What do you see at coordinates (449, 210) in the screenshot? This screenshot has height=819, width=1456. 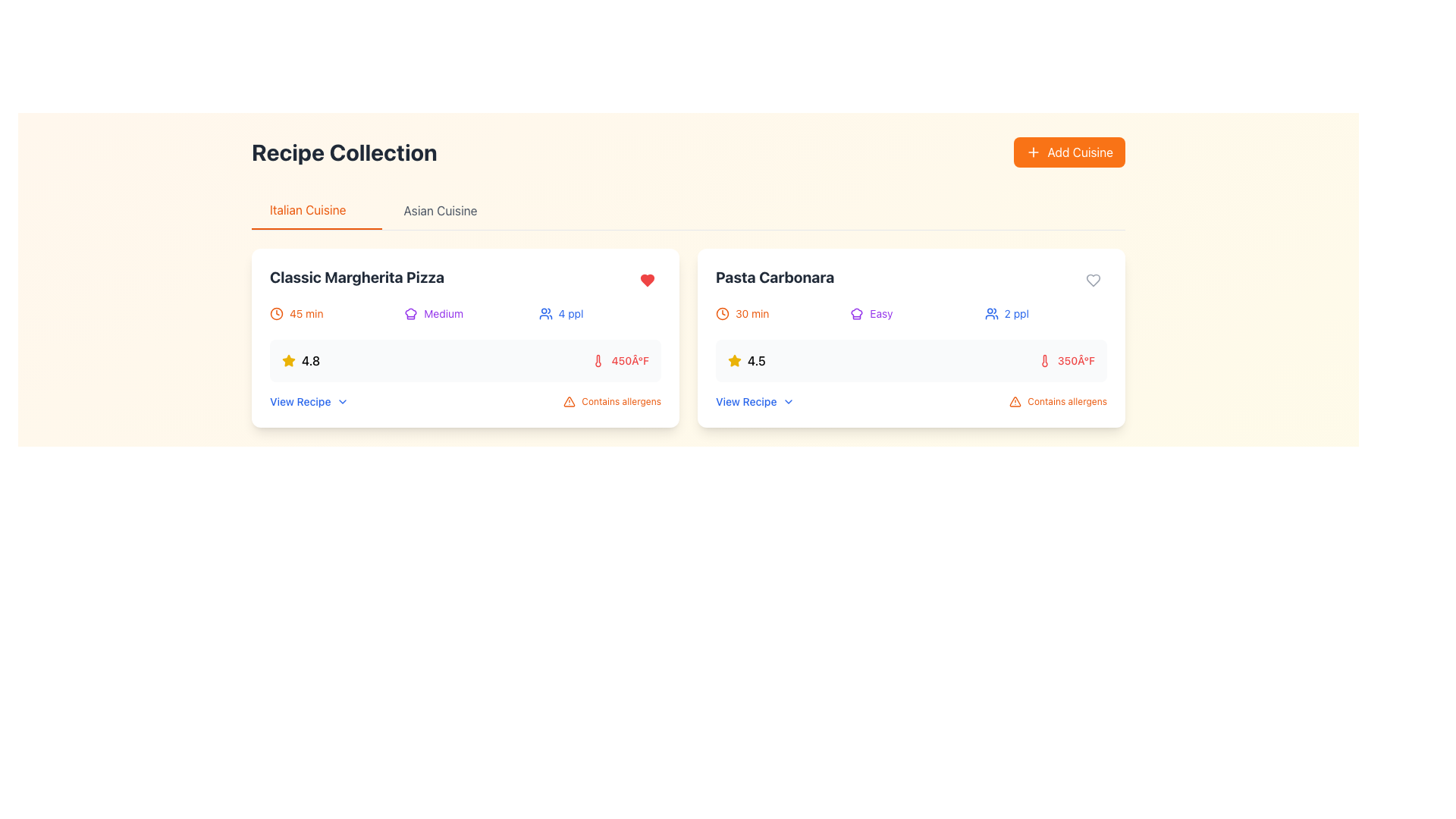 I see `the clickable text element labeled 'Asian Cuisine'` at bounding box center [449, 210].